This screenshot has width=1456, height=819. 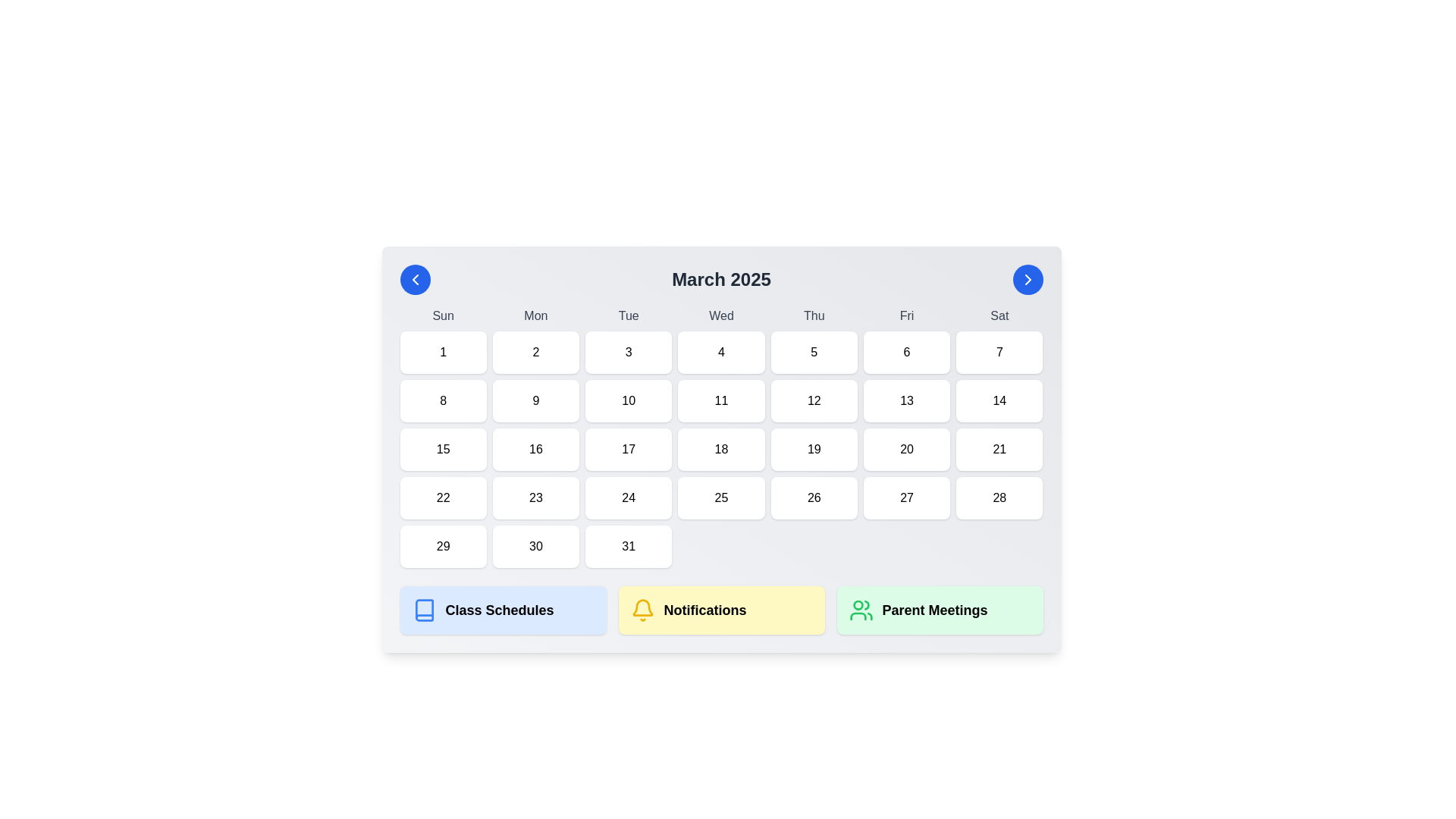 I want to click on the text label displaying 'Fri', which is part of a horizontal grouping of day labels indicating Friday's abbreviation, so click(x=906, y=315).